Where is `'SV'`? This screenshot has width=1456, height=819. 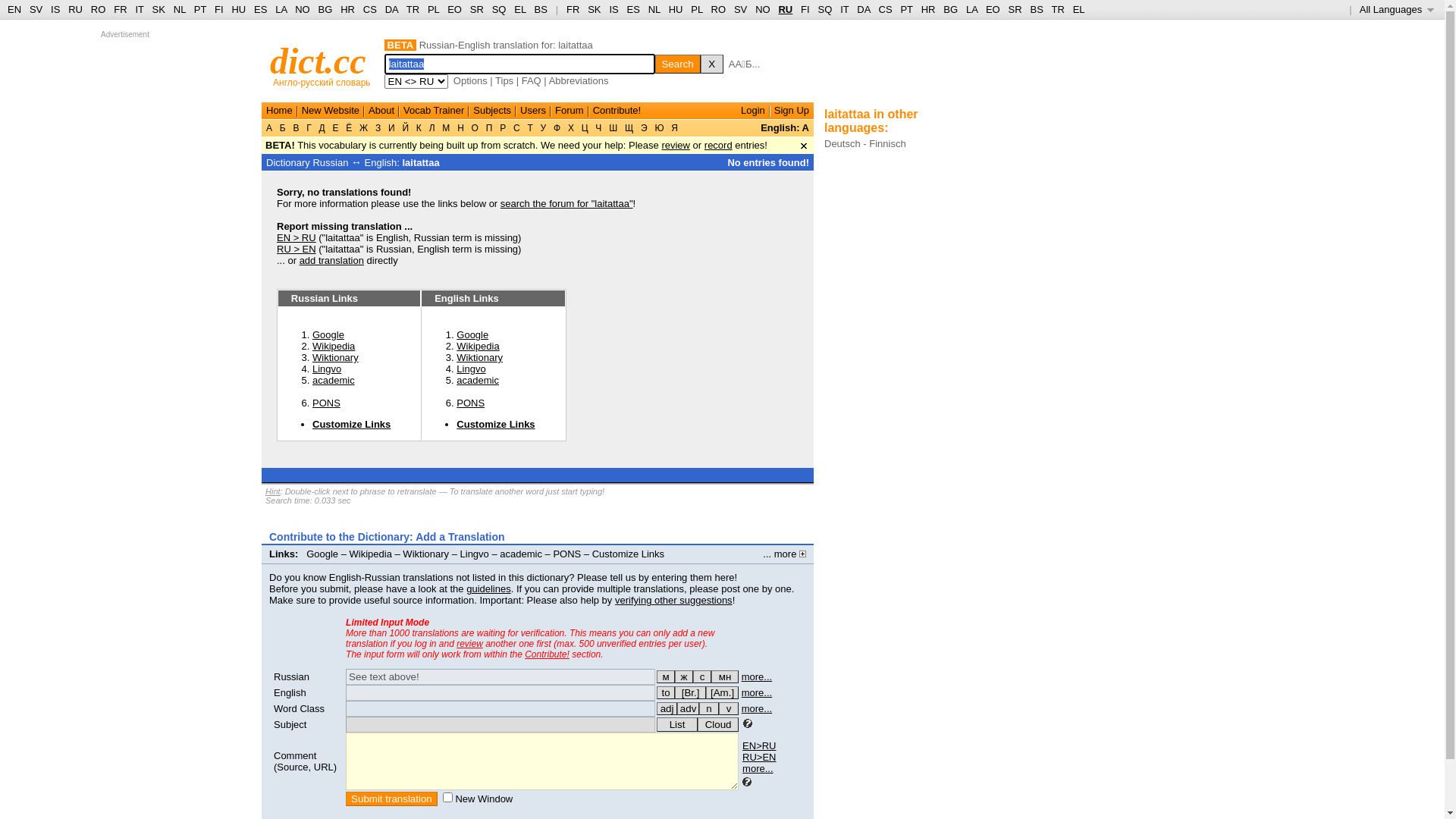
'SV' is located at coordinates (740, 9).